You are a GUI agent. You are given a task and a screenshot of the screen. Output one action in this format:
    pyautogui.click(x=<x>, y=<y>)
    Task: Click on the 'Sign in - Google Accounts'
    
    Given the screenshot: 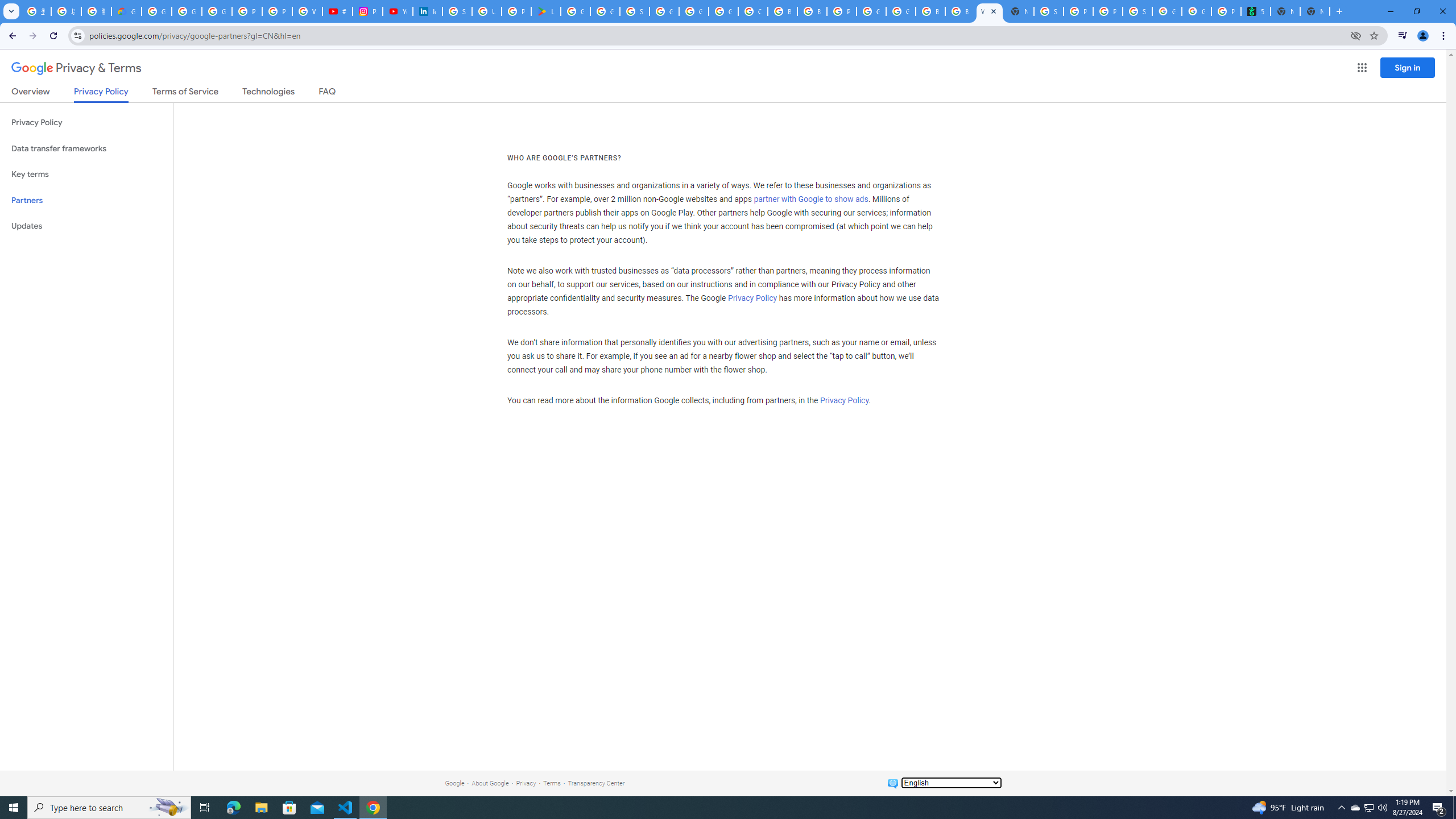 What is the action you would take?
    pyautogui.click(x=457, y=11)
    